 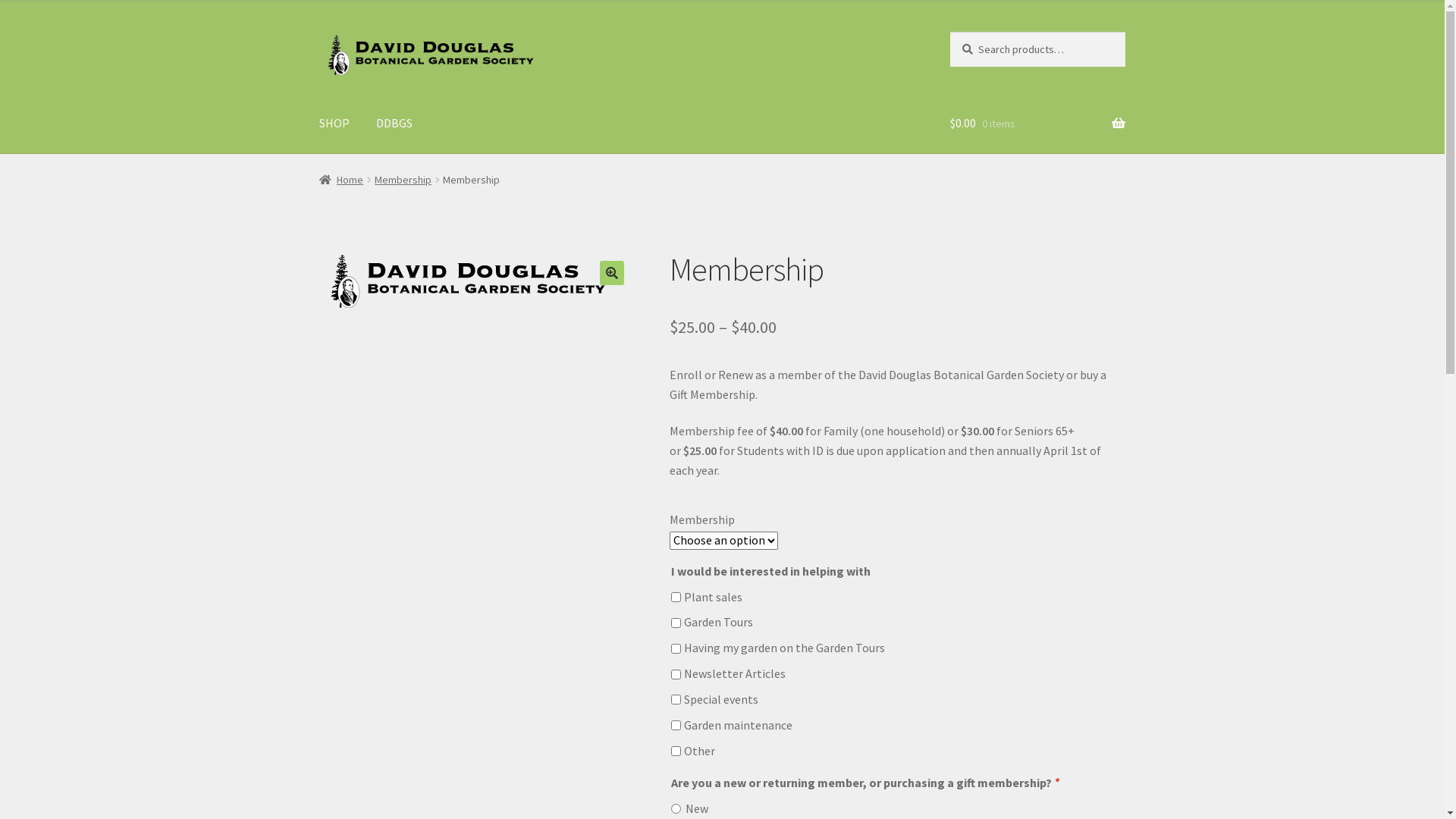 I want to click on 'SHOP', so click(x=334, y=124).